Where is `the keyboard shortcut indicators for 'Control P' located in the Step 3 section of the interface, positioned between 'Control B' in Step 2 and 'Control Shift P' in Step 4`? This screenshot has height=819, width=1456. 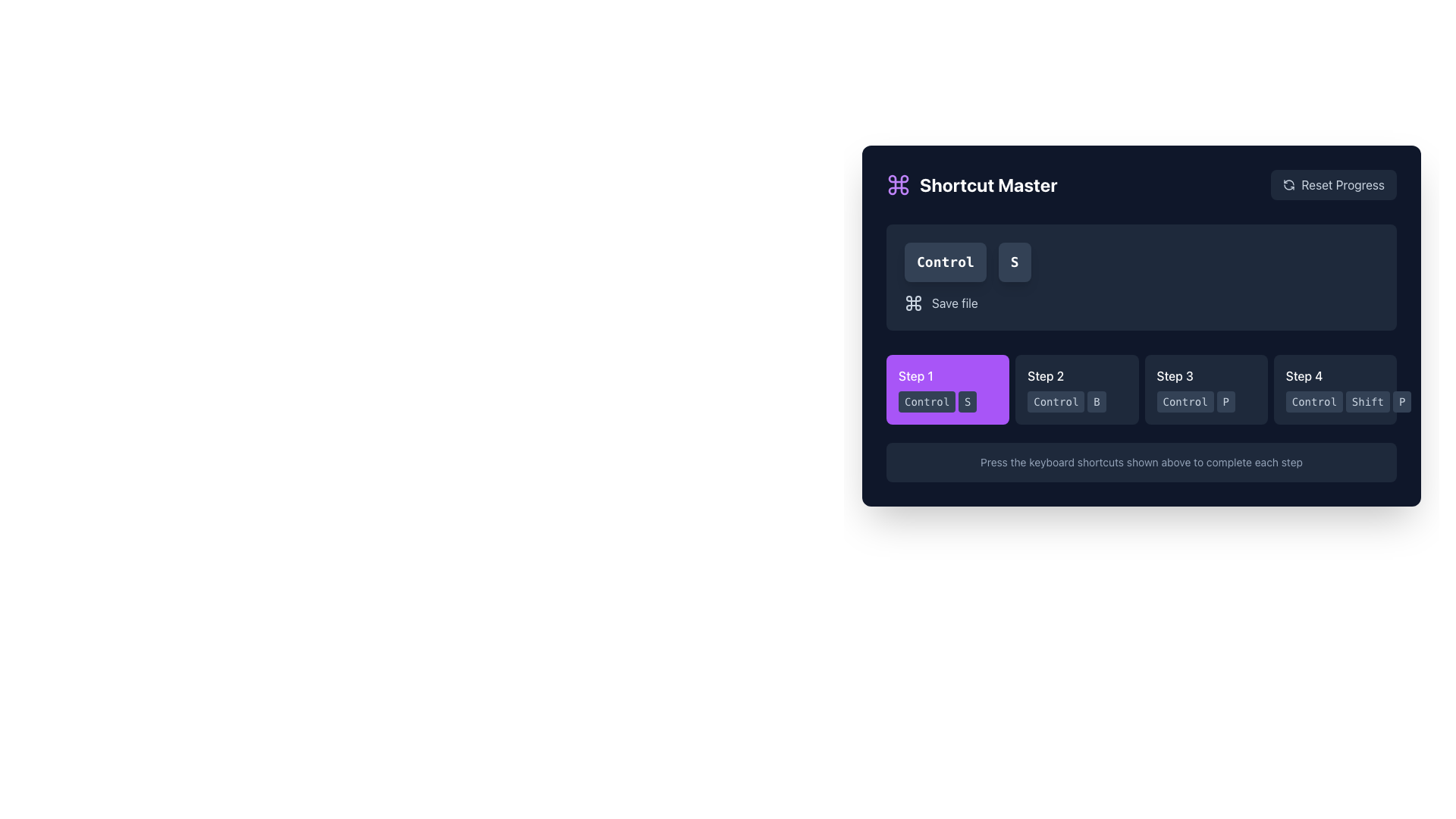 the keyboard shortcut indicators for 'Control P' located in the Step 3 section of the interface, positioned between 'Control B' in Step 2 and 'Control Shift P' in Step 4 is located at coordinates (1205, 400).